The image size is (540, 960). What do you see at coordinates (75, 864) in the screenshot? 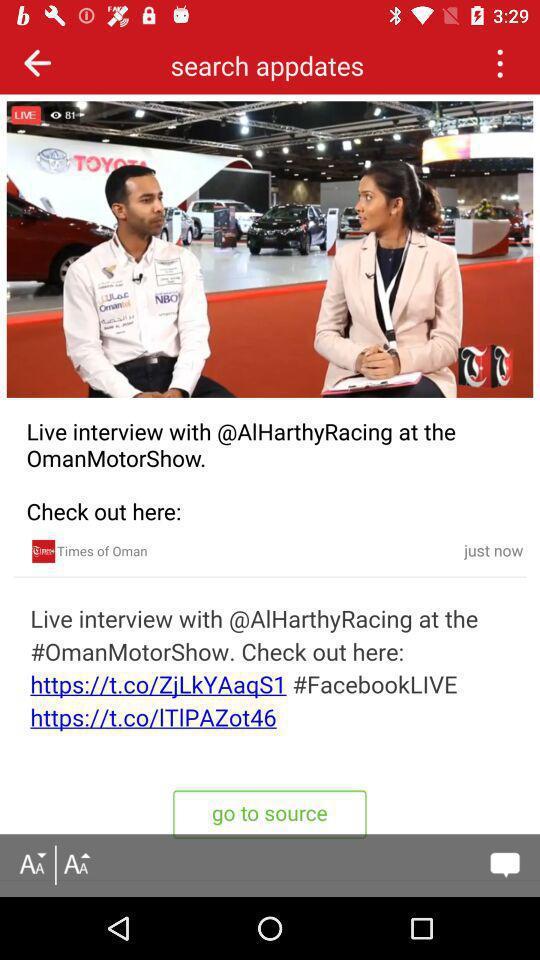
I see `the increase font size` at bounding box center [75, 864].